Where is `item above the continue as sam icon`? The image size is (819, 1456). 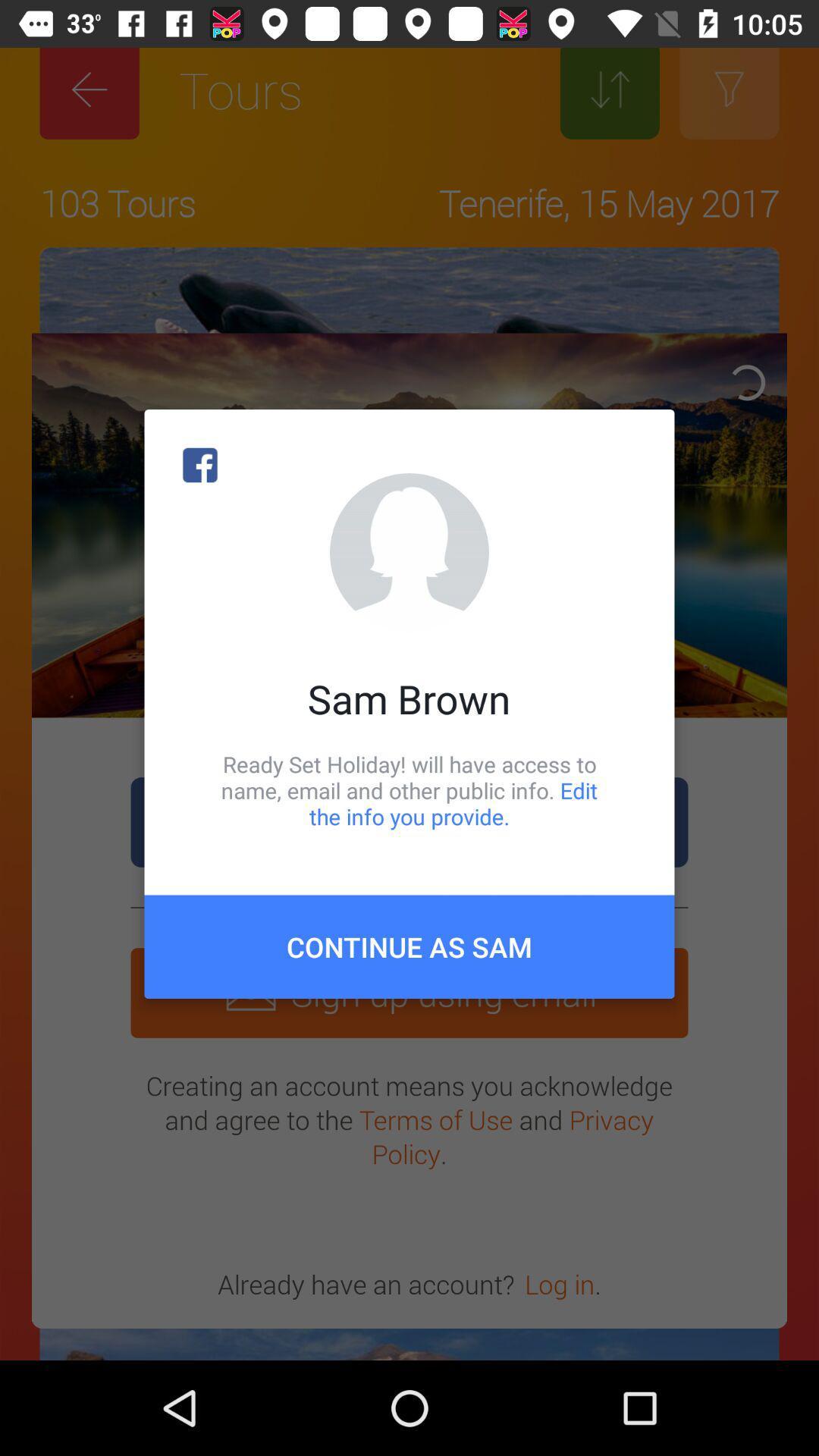
item above the continue as sam icon is located at coordinates (409, 789).